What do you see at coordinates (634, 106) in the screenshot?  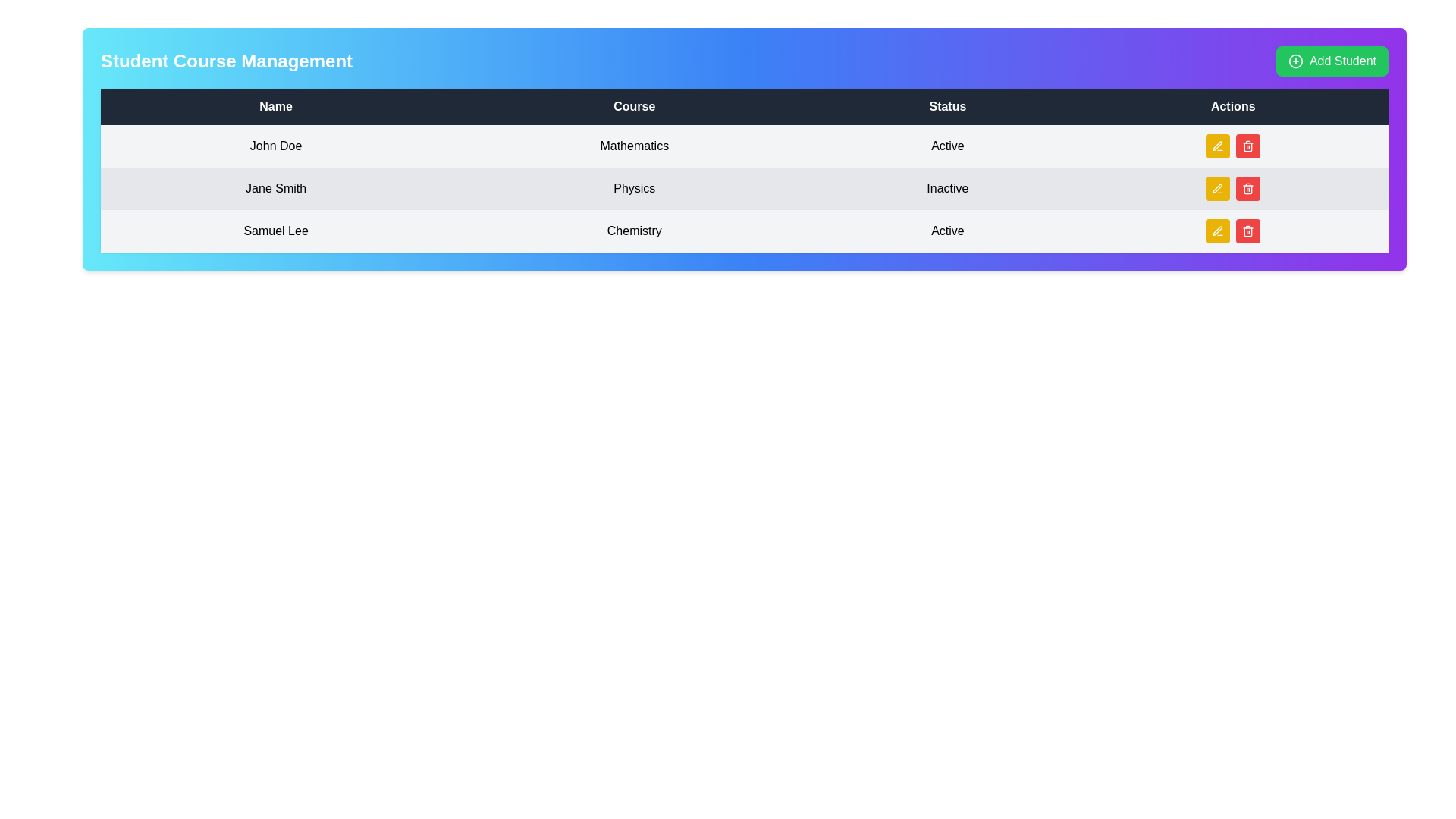 I see `the static text label 'Course' in the table header, which is the second column header positioned between 'Name' and 'Status'` at bounding box center [634, 106].